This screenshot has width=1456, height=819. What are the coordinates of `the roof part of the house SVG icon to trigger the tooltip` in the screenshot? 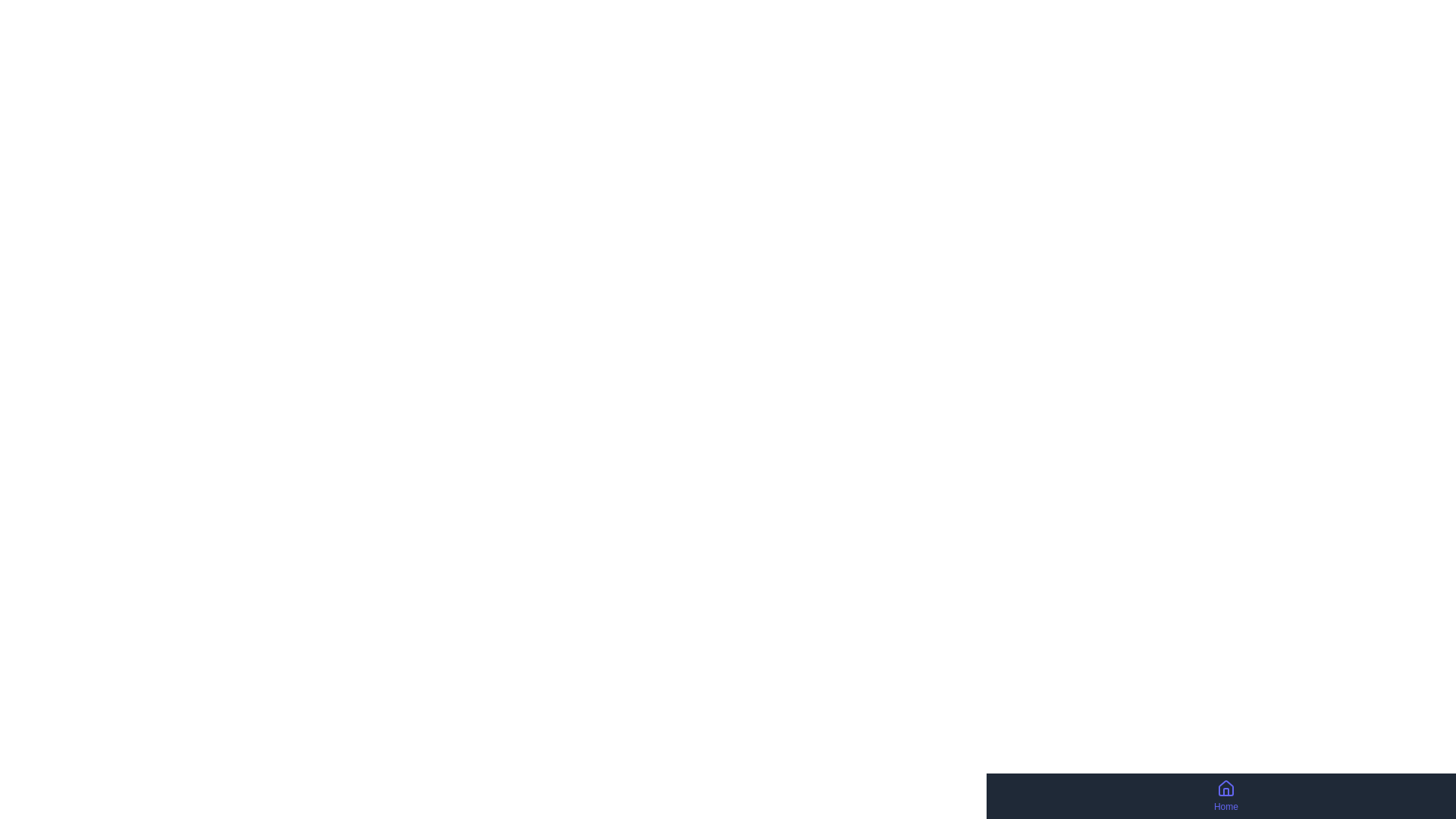 It's located at (1225, 787).